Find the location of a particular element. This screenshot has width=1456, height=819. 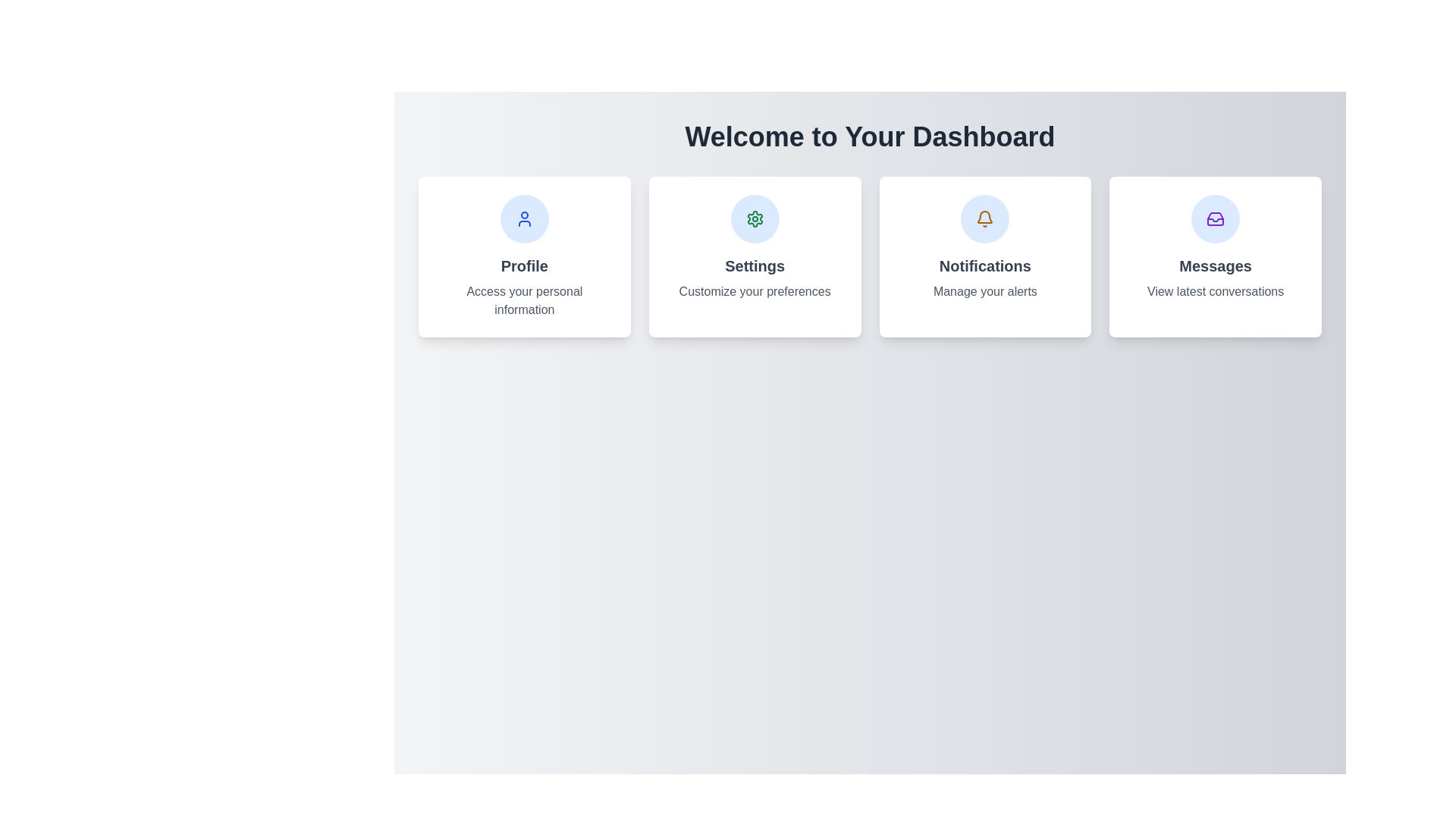

the text label that reads 'Access your personal information', which is styled with a gray font color and centered alignment, located below the 'Profile' text element is located at coordinates (524, 301).